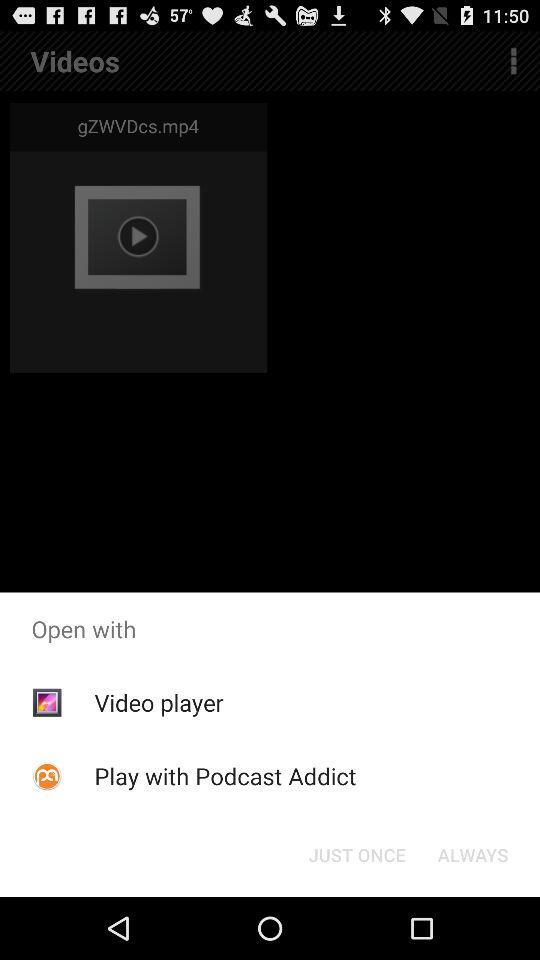 Image resolution: width=540 pixels, height=960 pixels. I want to click on the icon next to just once item, so click(472, 853).